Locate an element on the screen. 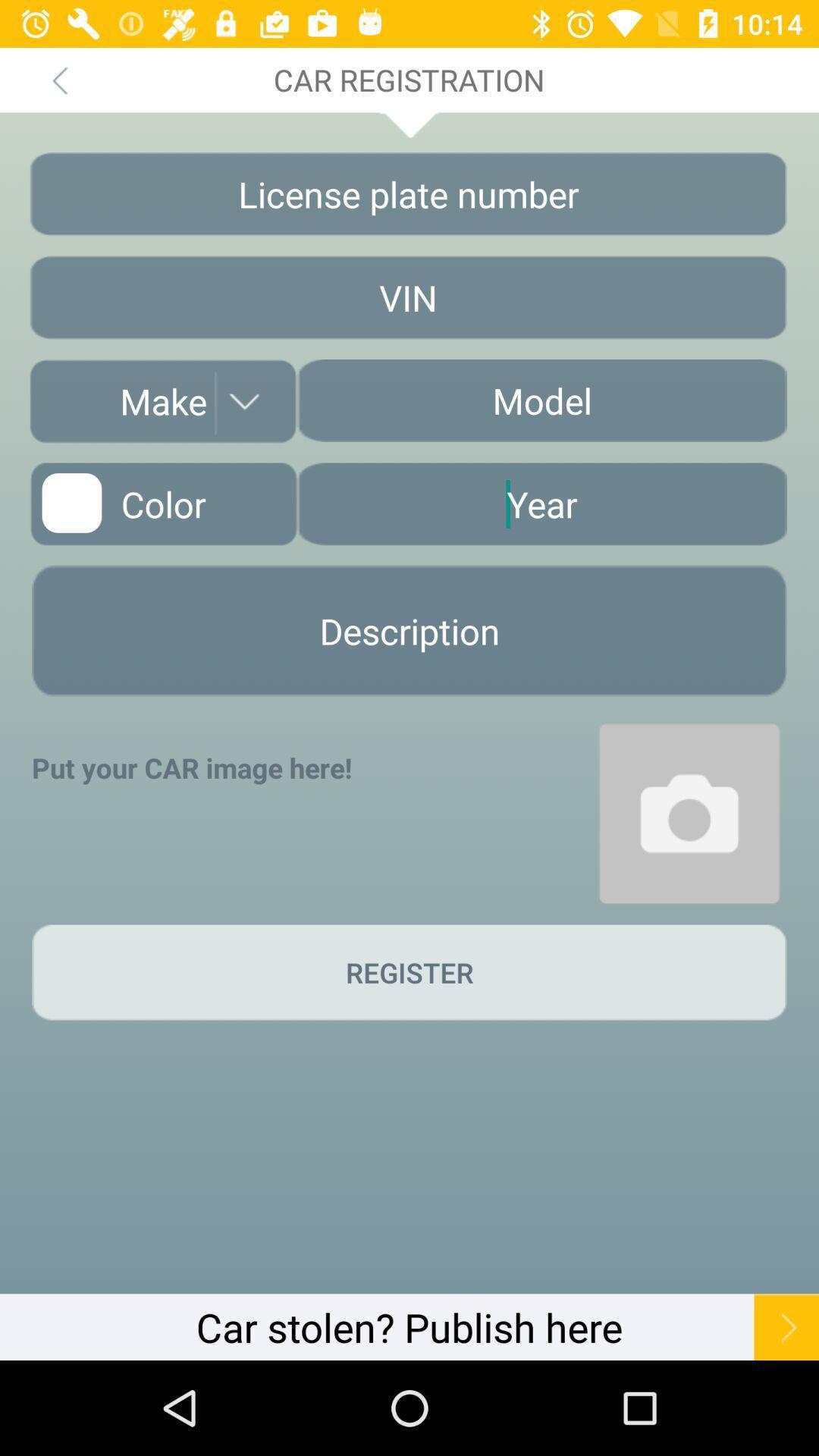 This screenshot has width=819, height=1456. vehicle description is located at coordinates (409, 631).